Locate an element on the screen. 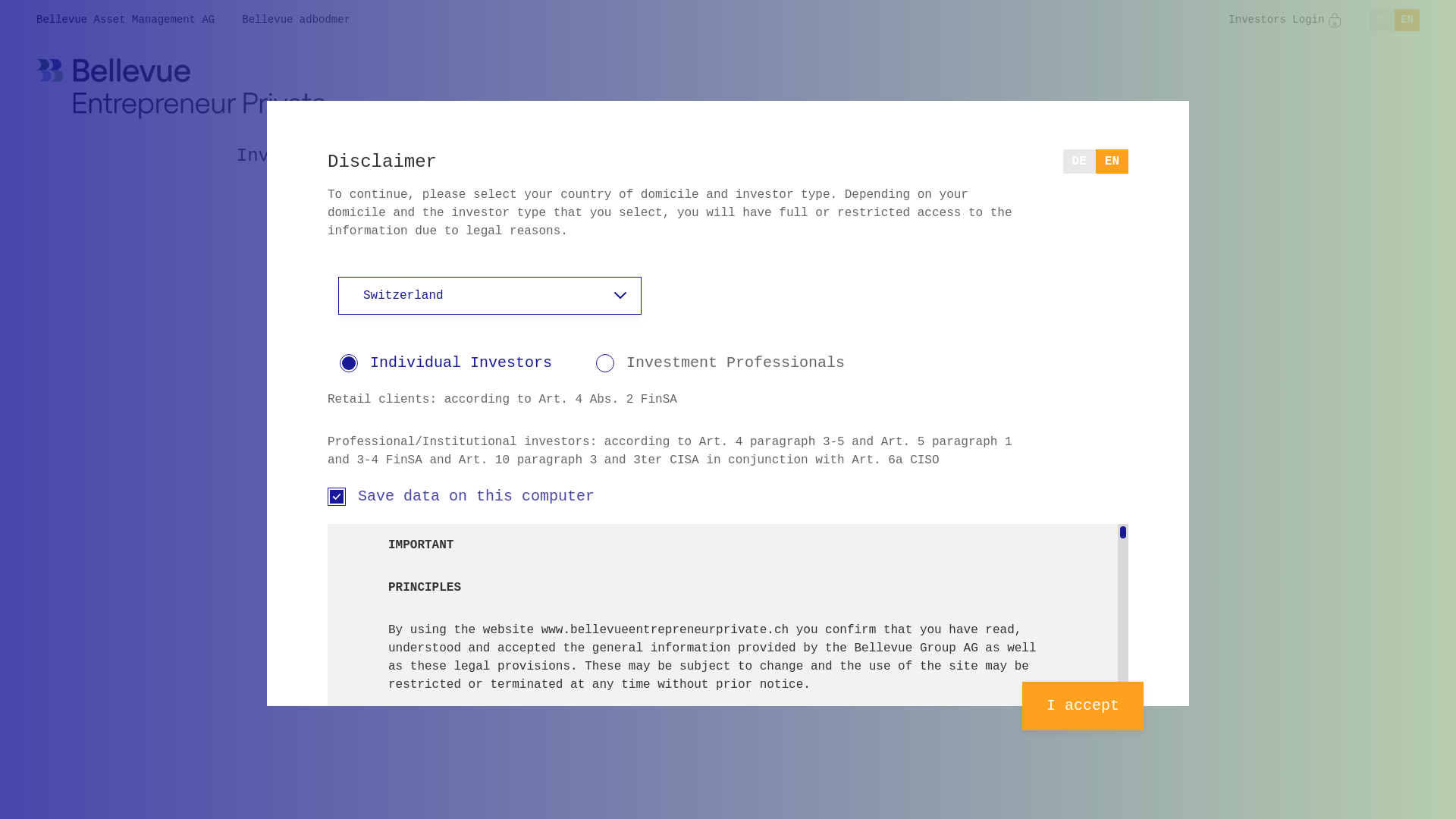 This screenshot has height=819, width=1456. 'Investors Login' is located at coordinates (1228, 20).